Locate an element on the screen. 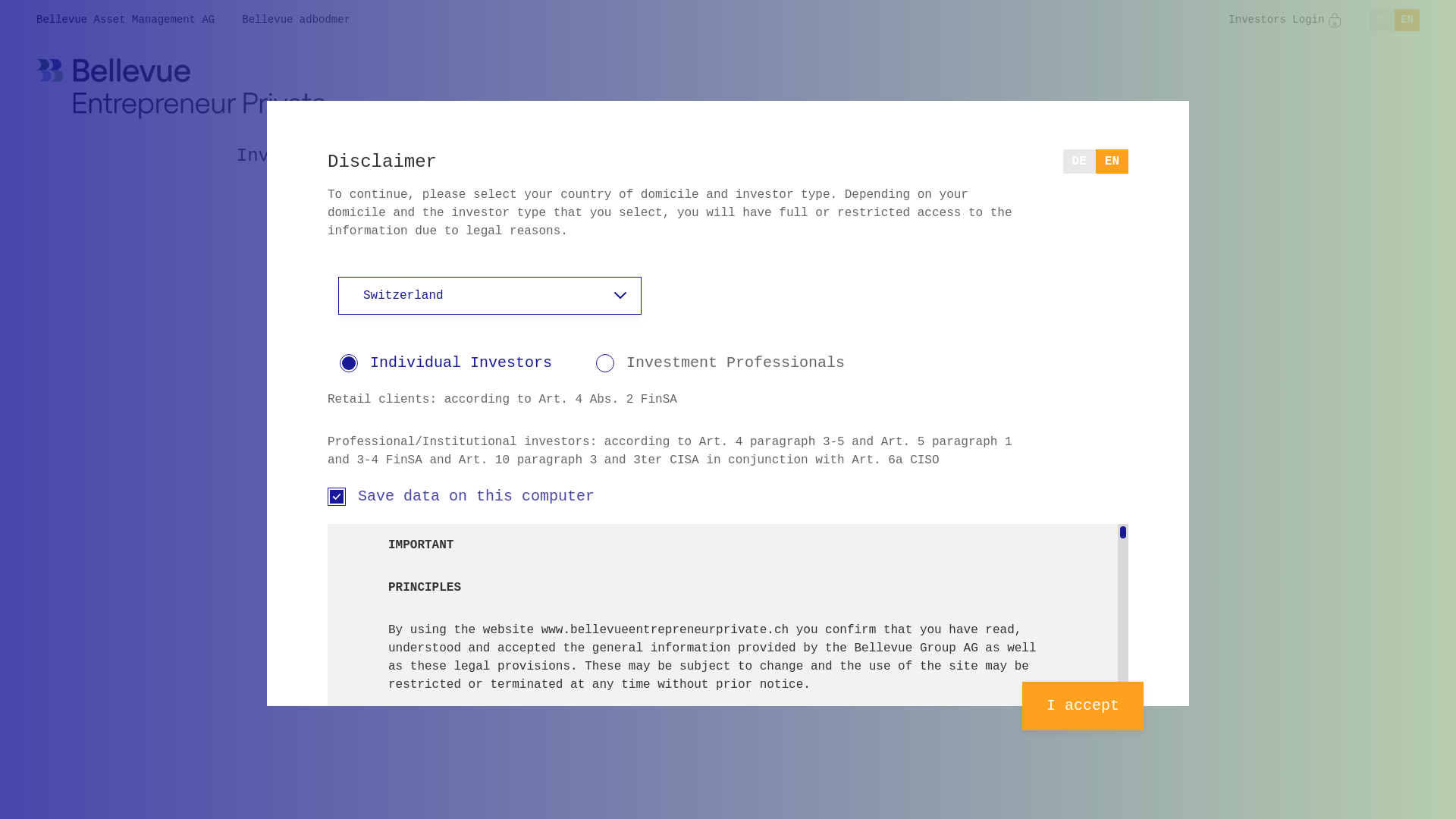 This screenshot has height=819, width=1456. 'Investors Login' is located at coordinates (1228, 20).